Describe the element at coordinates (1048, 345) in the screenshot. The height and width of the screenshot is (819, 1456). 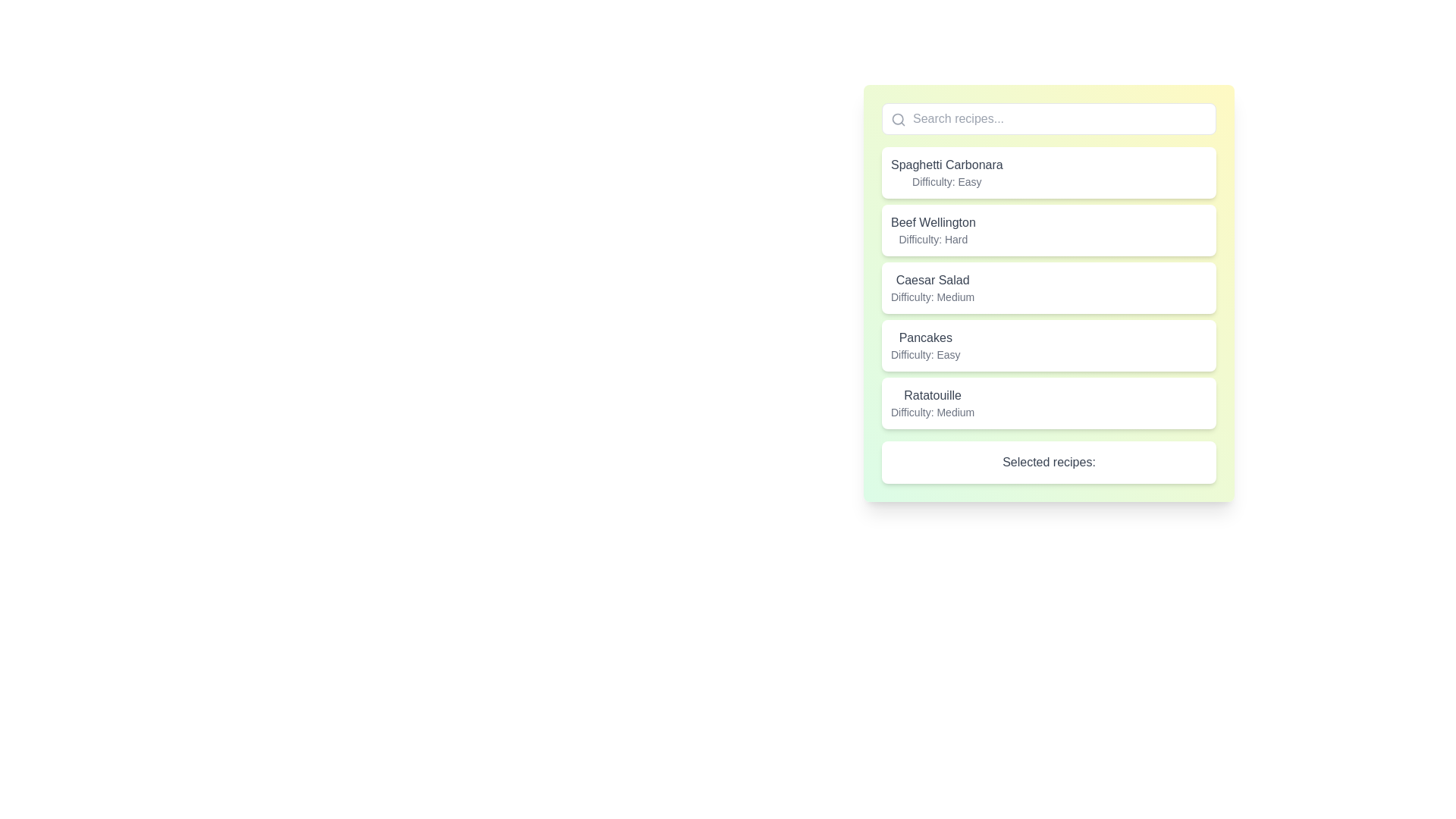
I see `the 'Pancakes' recipe card, which is the fourth item in the vertically stacked list of recipe cards` at that location.